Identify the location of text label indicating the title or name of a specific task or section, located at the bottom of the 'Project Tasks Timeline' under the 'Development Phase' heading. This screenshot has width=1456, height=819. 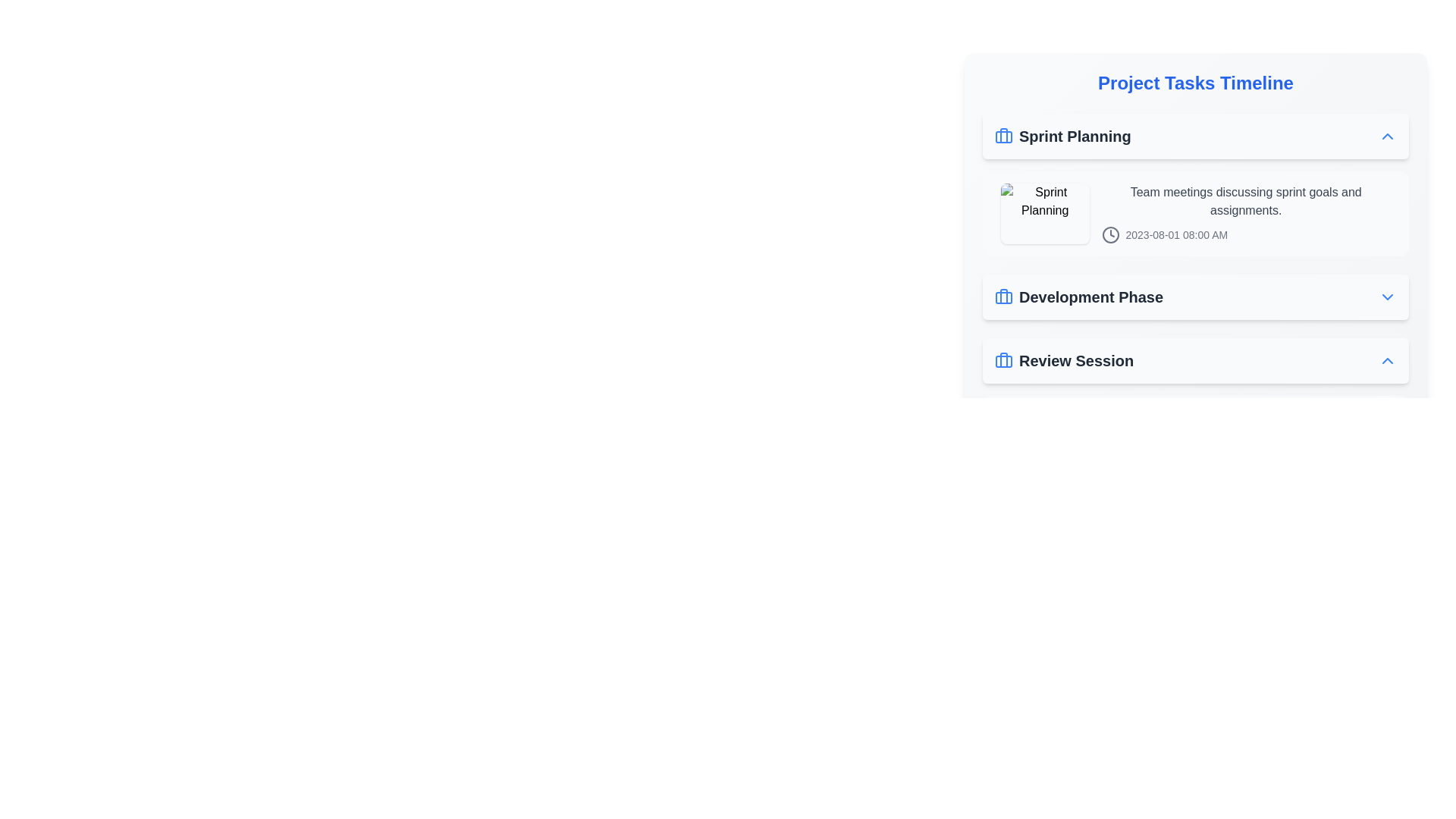
(1075, 360).